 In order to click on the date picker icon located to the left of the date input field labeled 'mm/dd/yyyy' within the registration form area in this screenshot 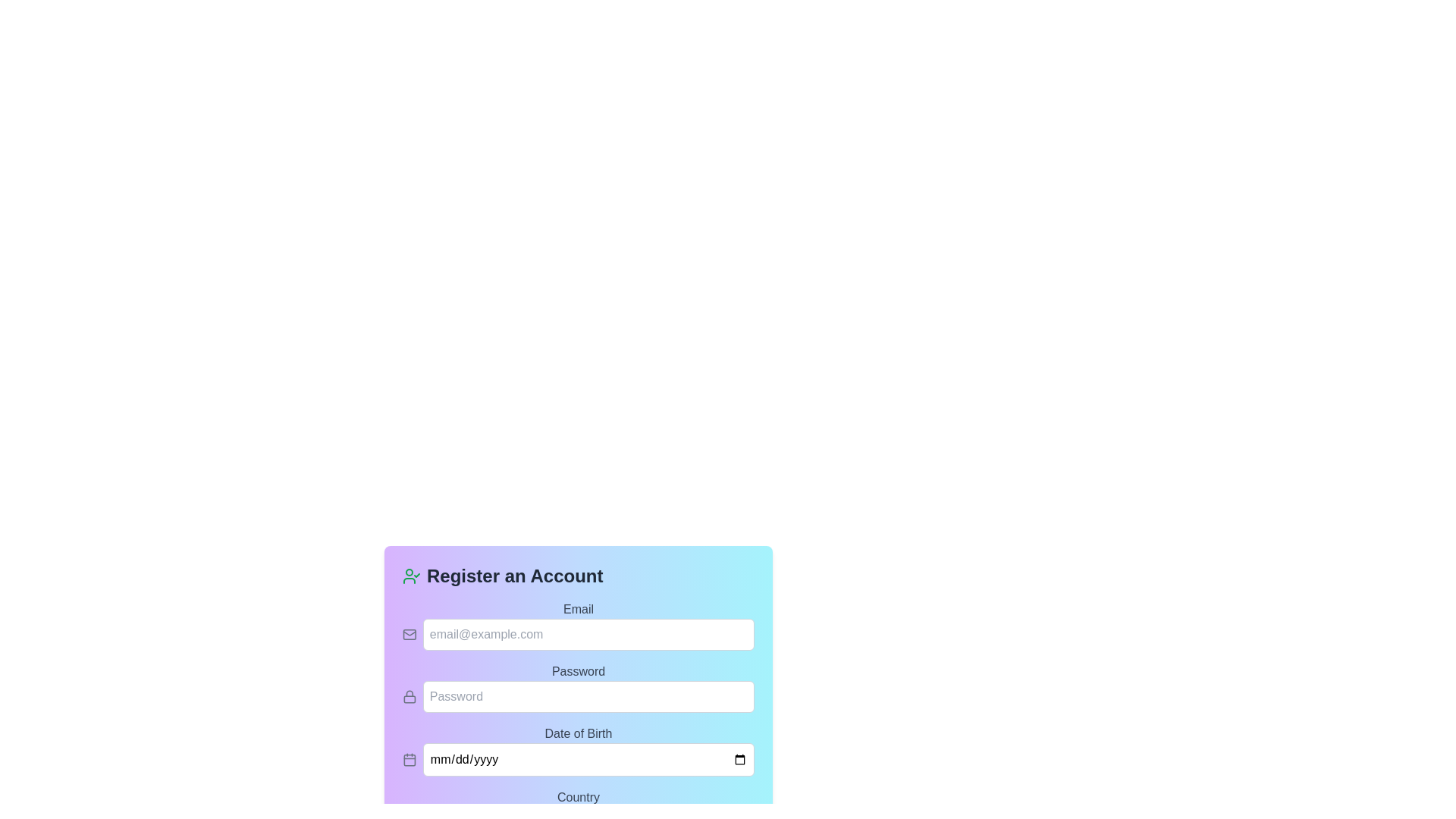, I will do `click(409, 760)`.